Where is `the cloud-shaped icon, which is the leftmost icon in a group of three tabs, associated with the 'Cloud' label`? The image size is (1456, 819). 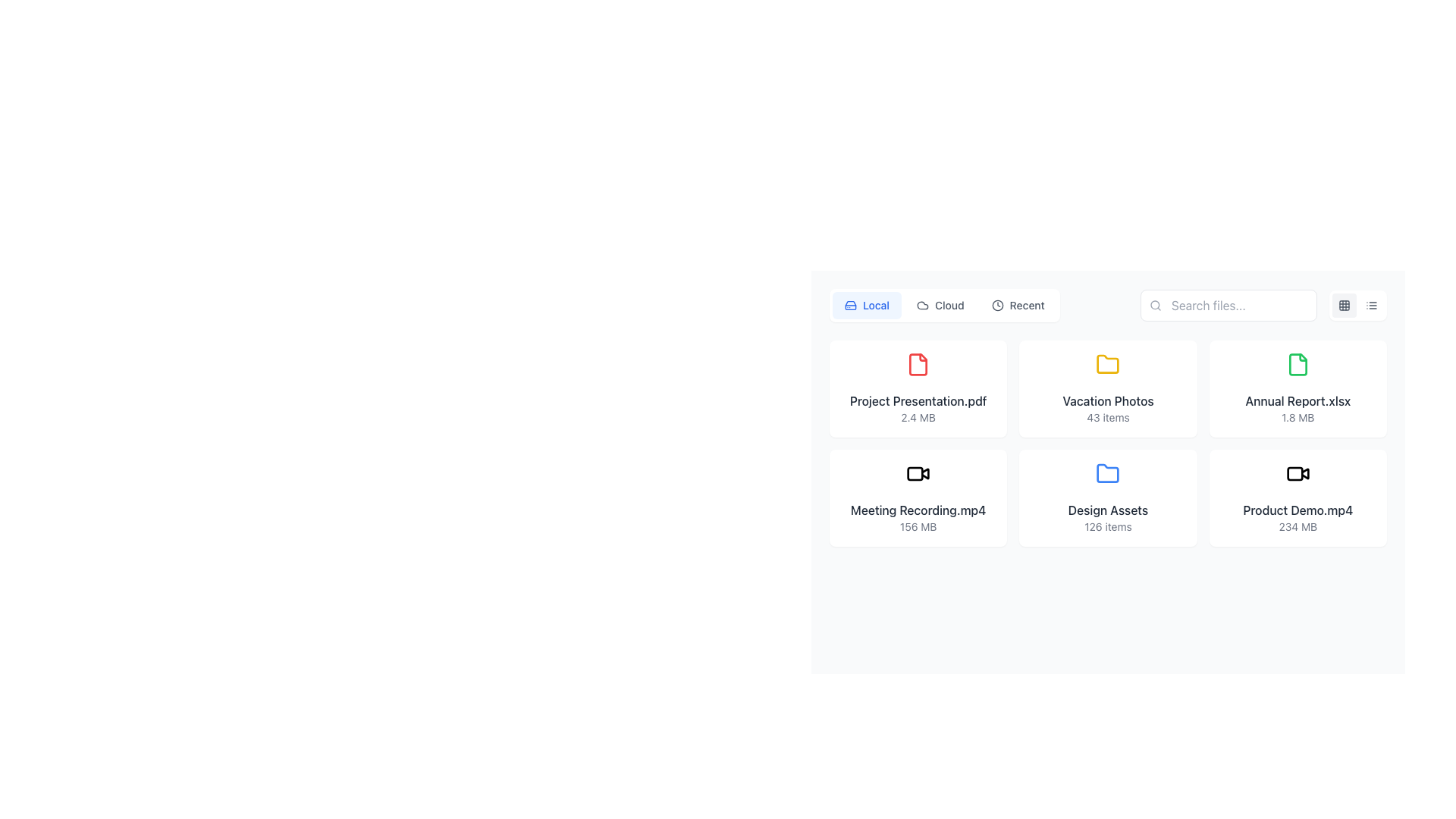 the cloud-shaped icon, which is the leftmost icon in a group of three tabs, associated with the 'Cloud' label is located at coordinates (922, 305).